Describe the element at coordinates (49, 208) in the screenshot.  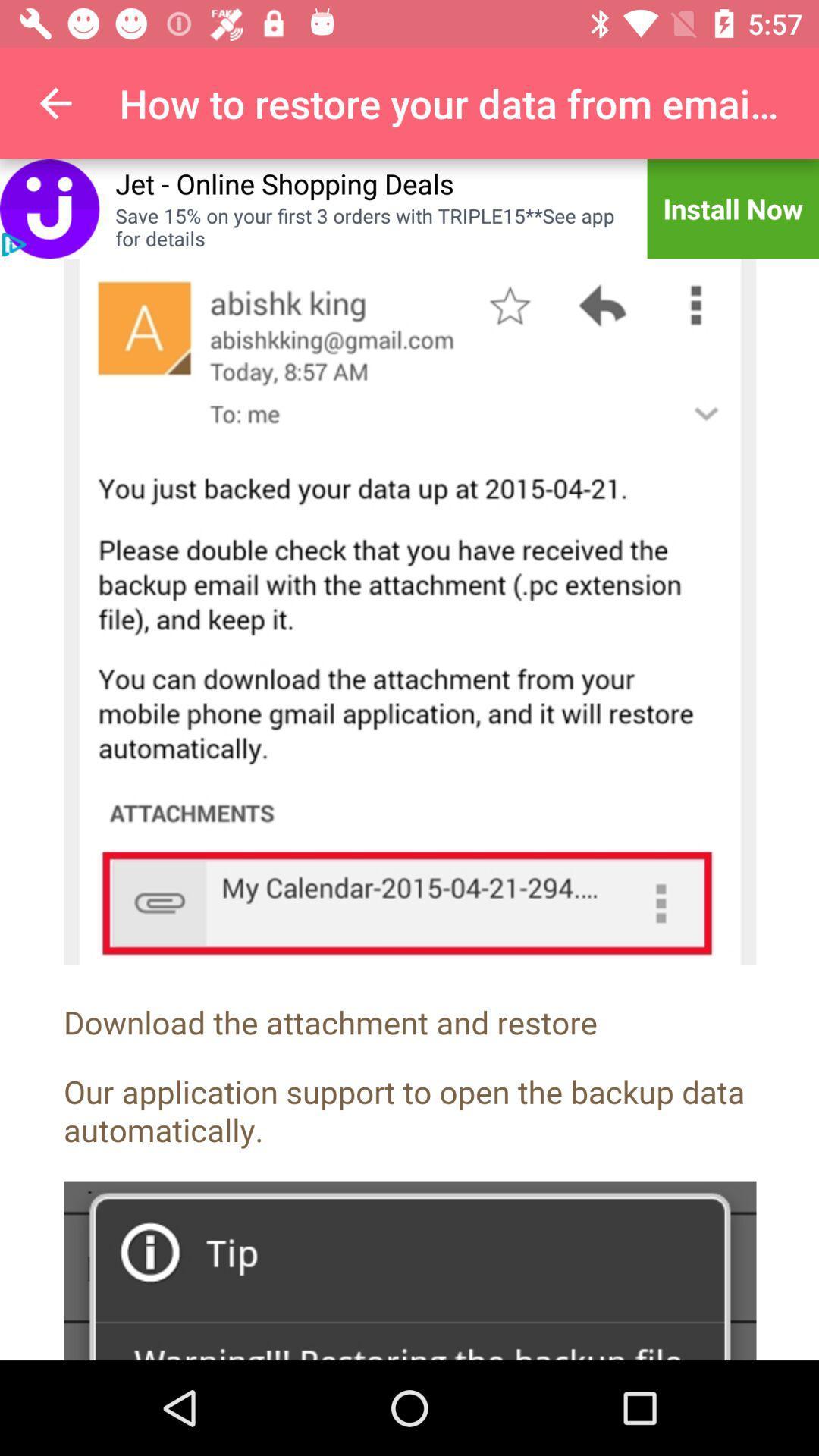
I see `advertisement` at that location.